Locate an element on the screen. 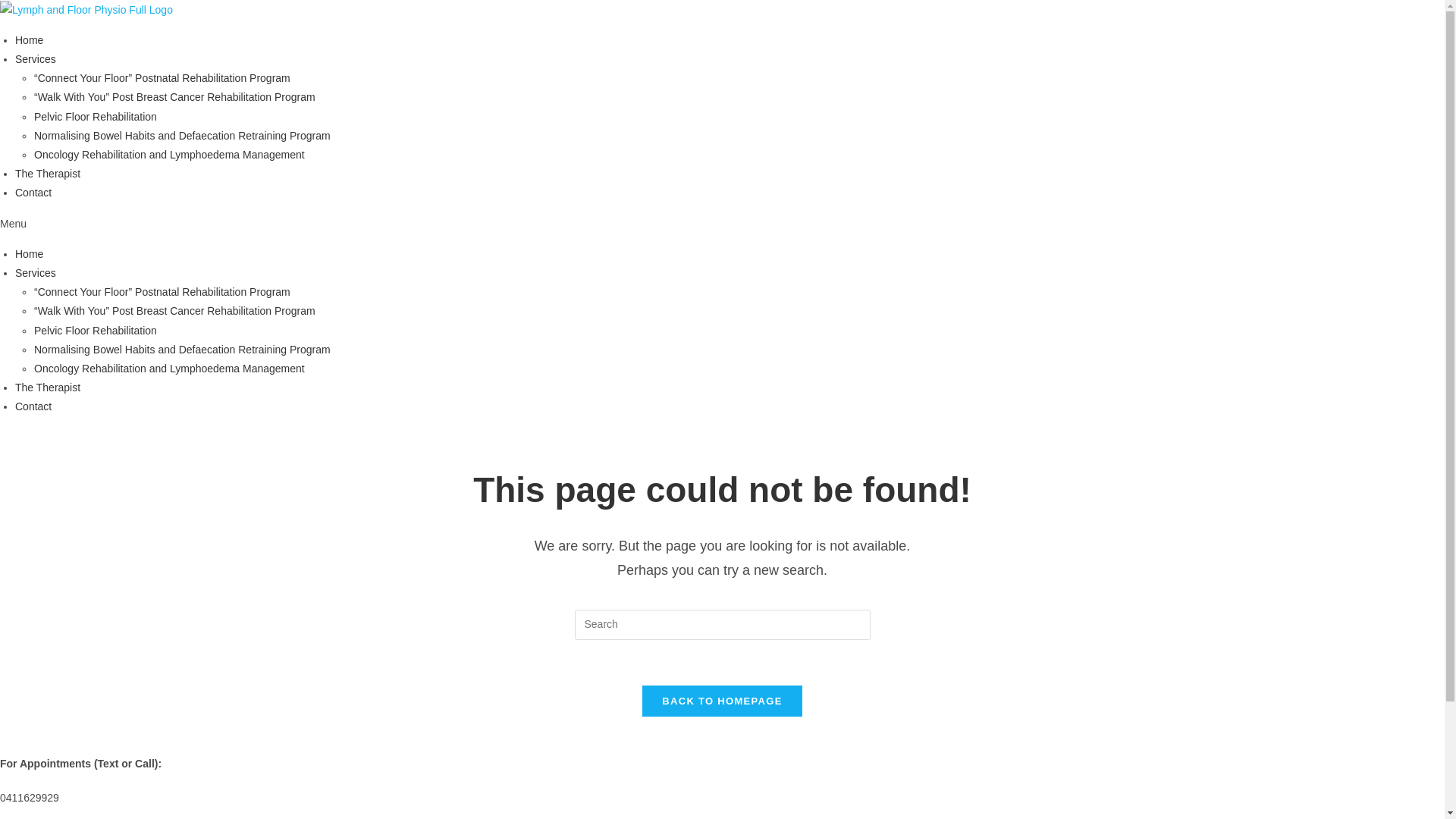 The width and height of the screenshot is (1456, 819). 'Home' is located at coordinates (29, 253).